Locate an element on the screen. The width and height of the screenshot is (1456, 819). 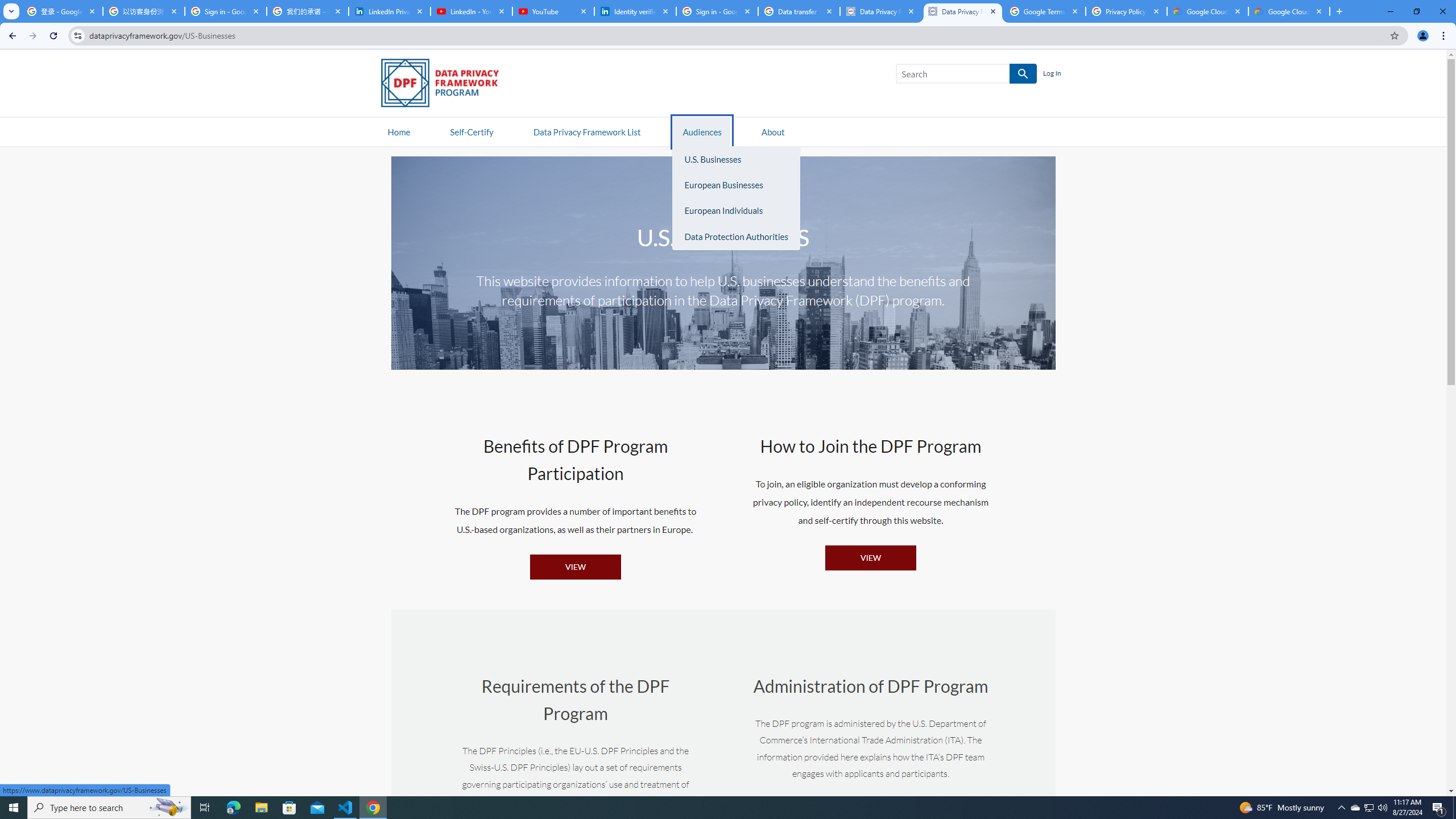
'Search' is located at coordinates (953, 74).